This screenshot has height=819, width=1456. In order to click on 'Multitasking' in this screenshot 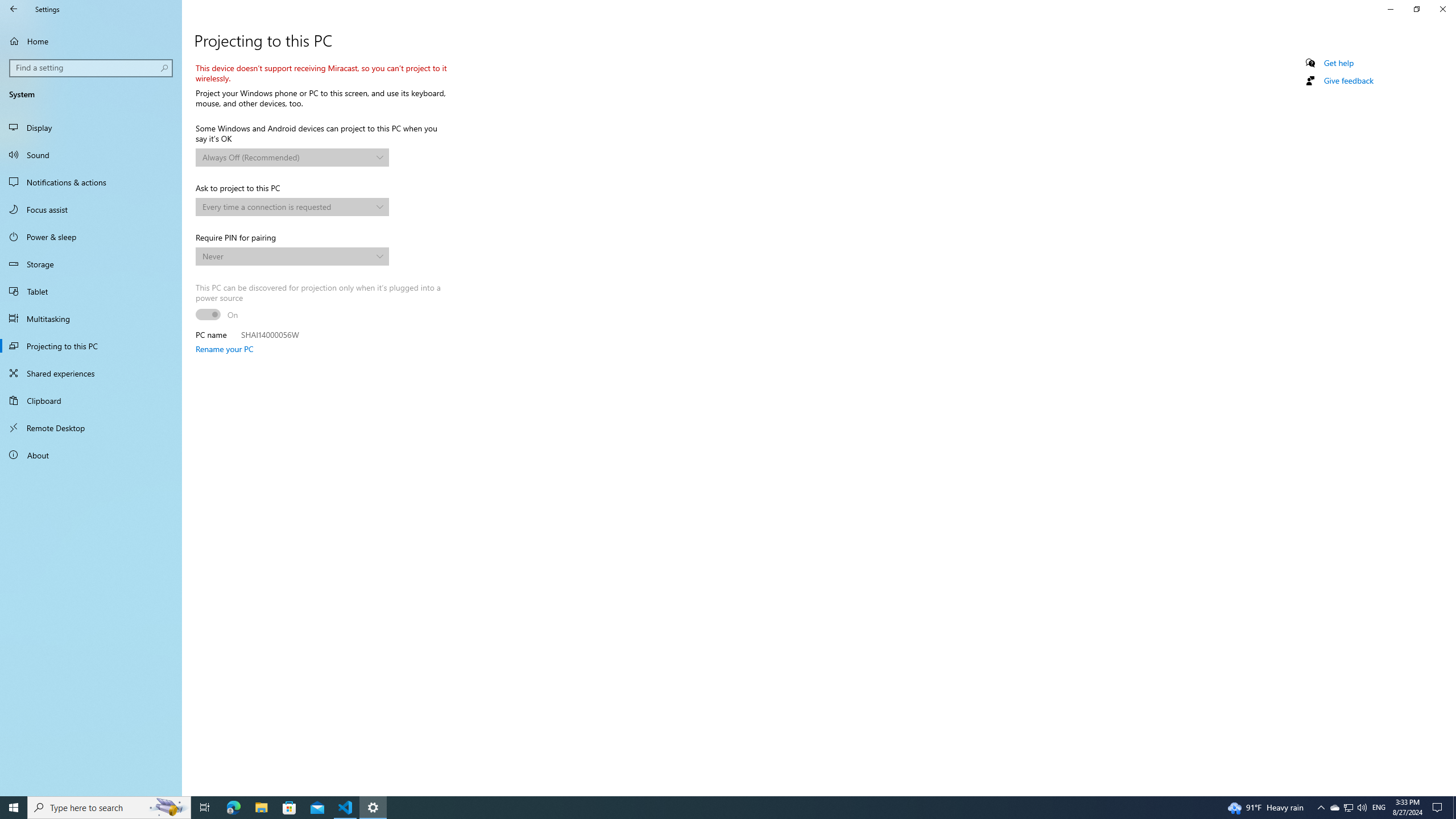, I will do `click(90, 318)`.